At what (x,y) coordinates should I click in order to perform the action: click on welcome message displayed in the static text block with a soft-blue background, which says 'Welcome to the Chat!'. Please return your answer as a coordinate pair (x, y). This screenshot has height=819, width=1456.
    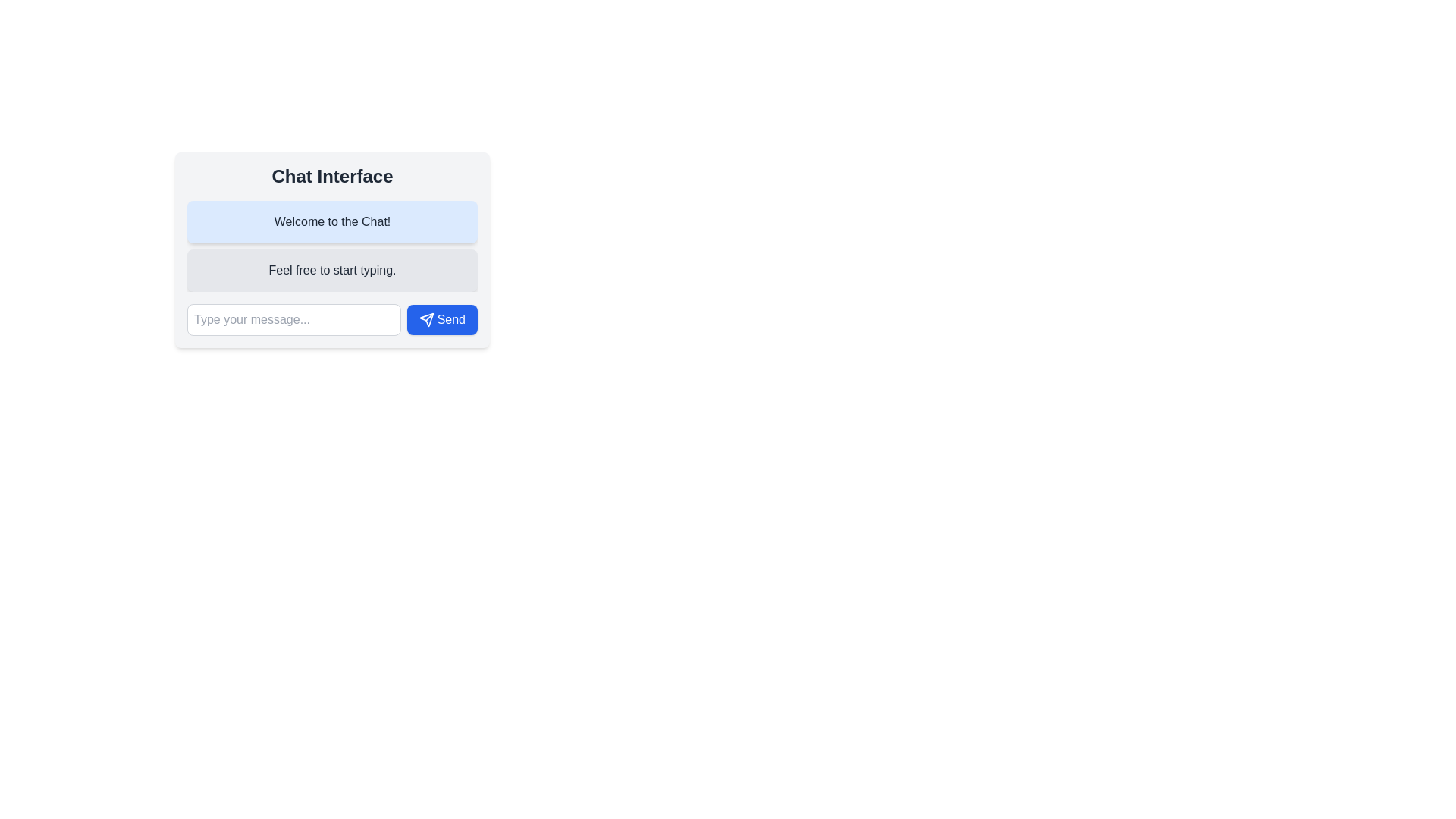
    Looking at the image, I should click on (331, 222).